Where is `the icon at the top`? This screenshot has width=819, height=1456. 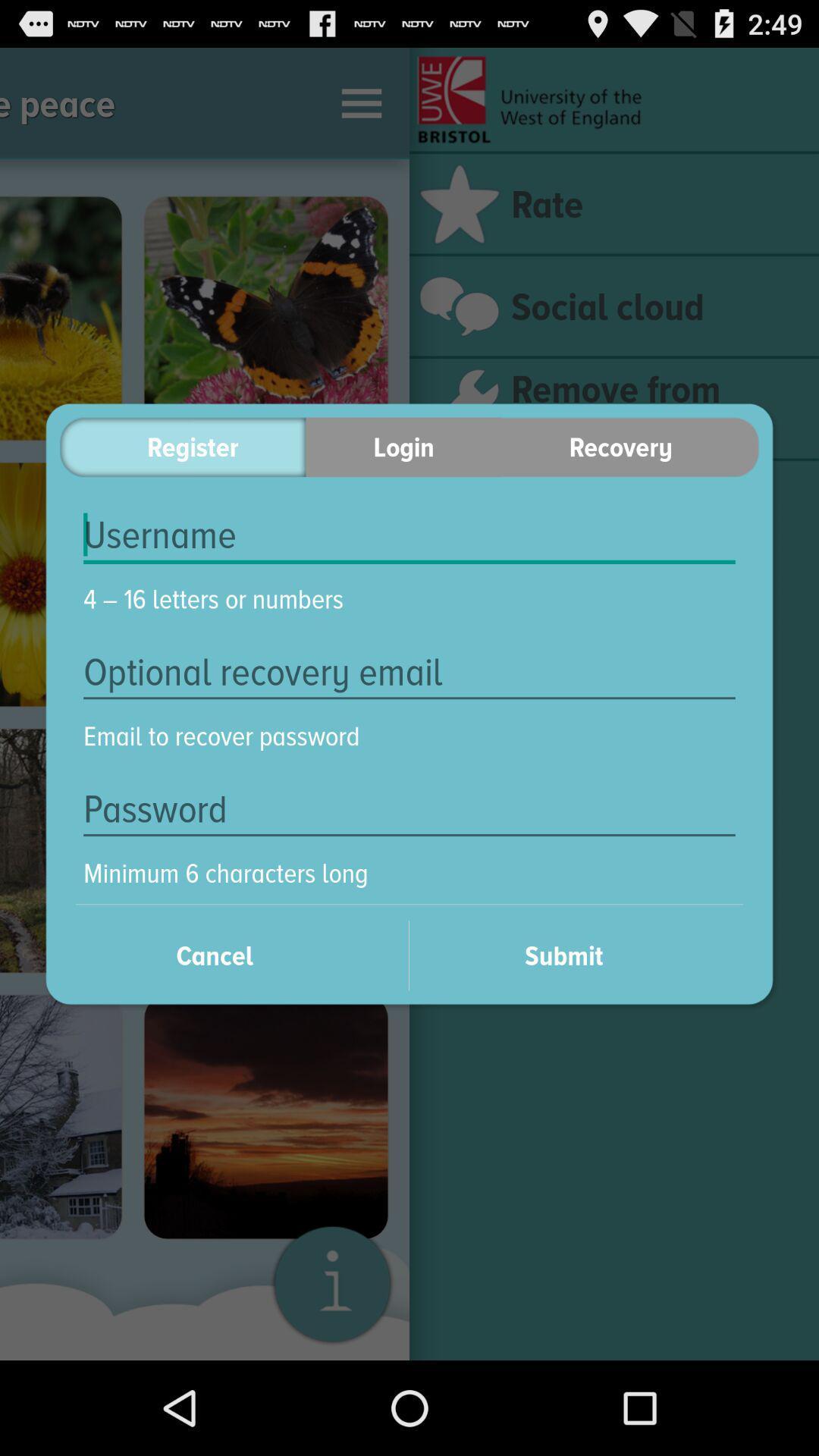
the icon at the top is located at coordinates (403, 446).